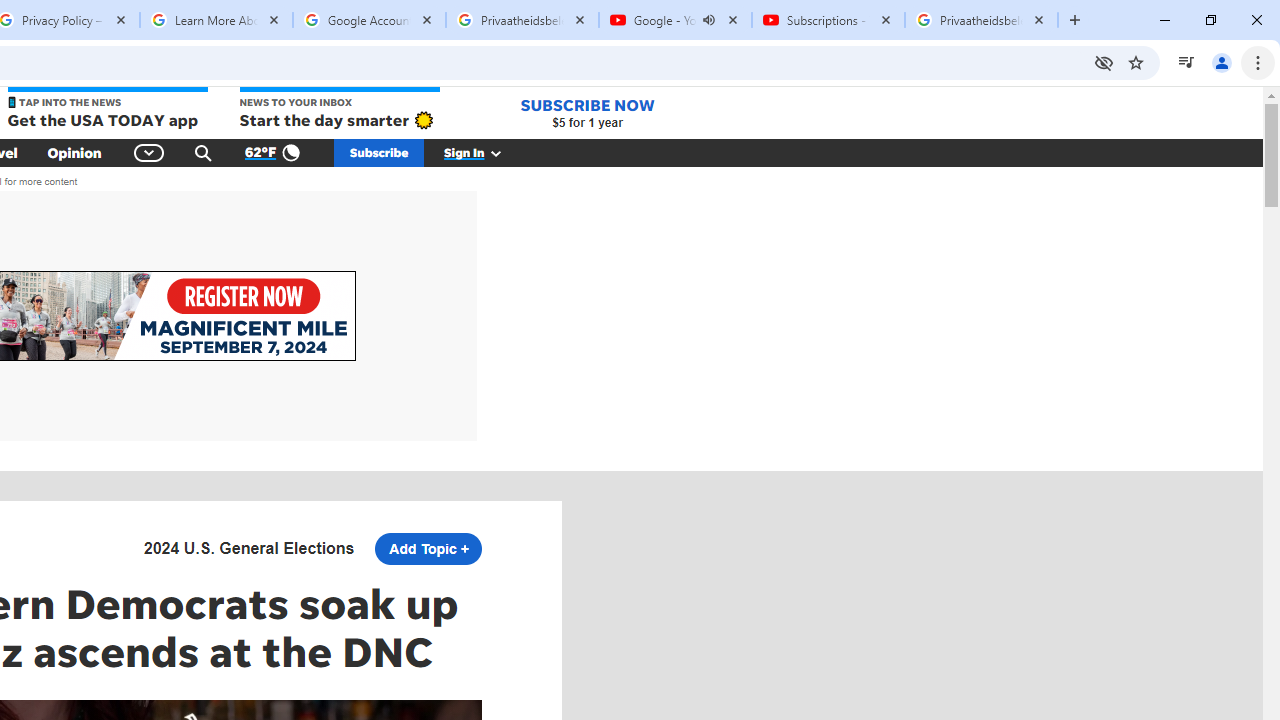 The width and height of the screenshot is (1280, 720). Describe the element at coordinates (828, 20) in the screenshot. I see `'Subscriptions - YouTube'` at that location.